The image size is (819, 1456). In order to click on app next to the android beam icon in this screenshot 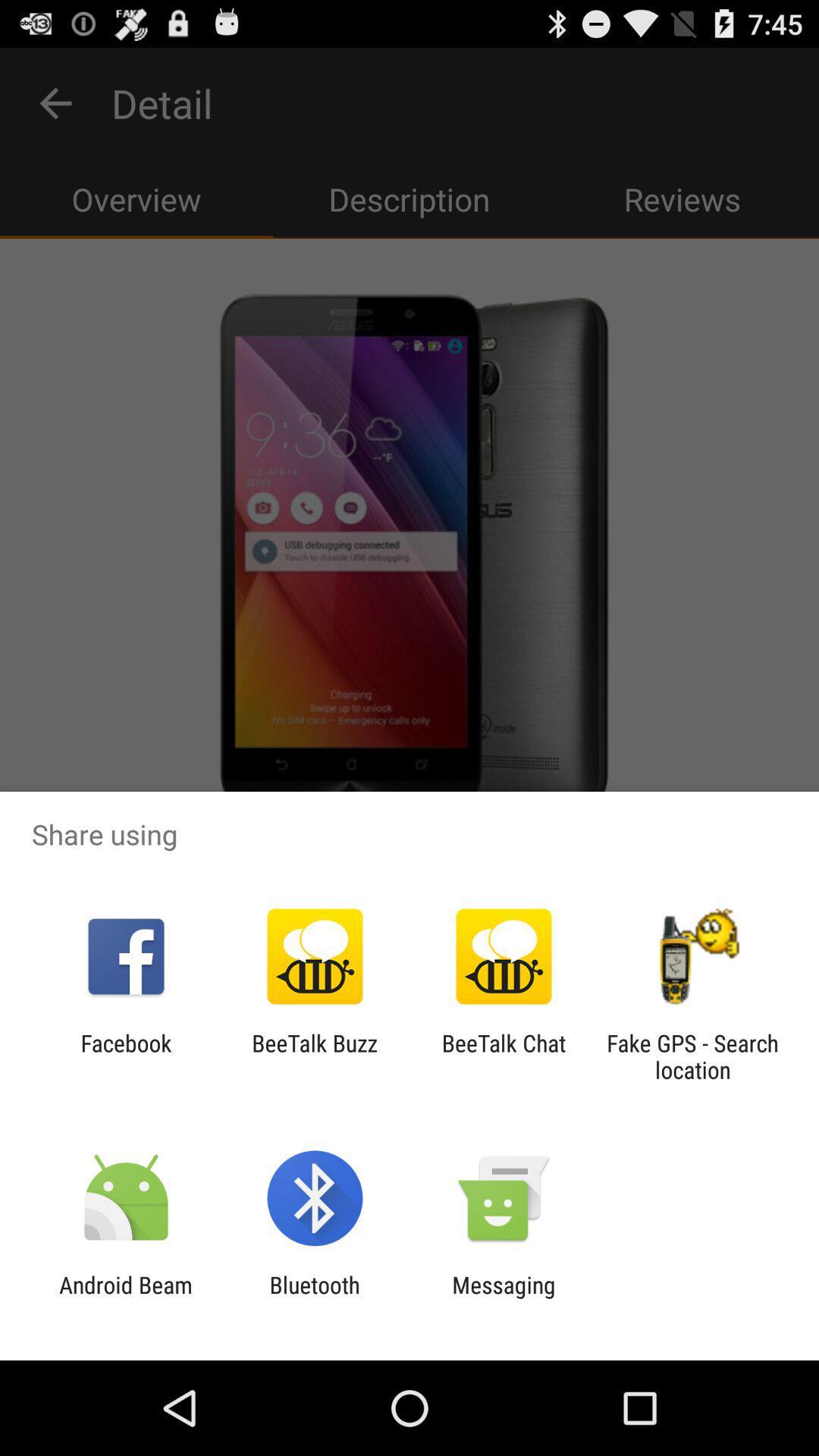, I will do `click(314, 1298)`.